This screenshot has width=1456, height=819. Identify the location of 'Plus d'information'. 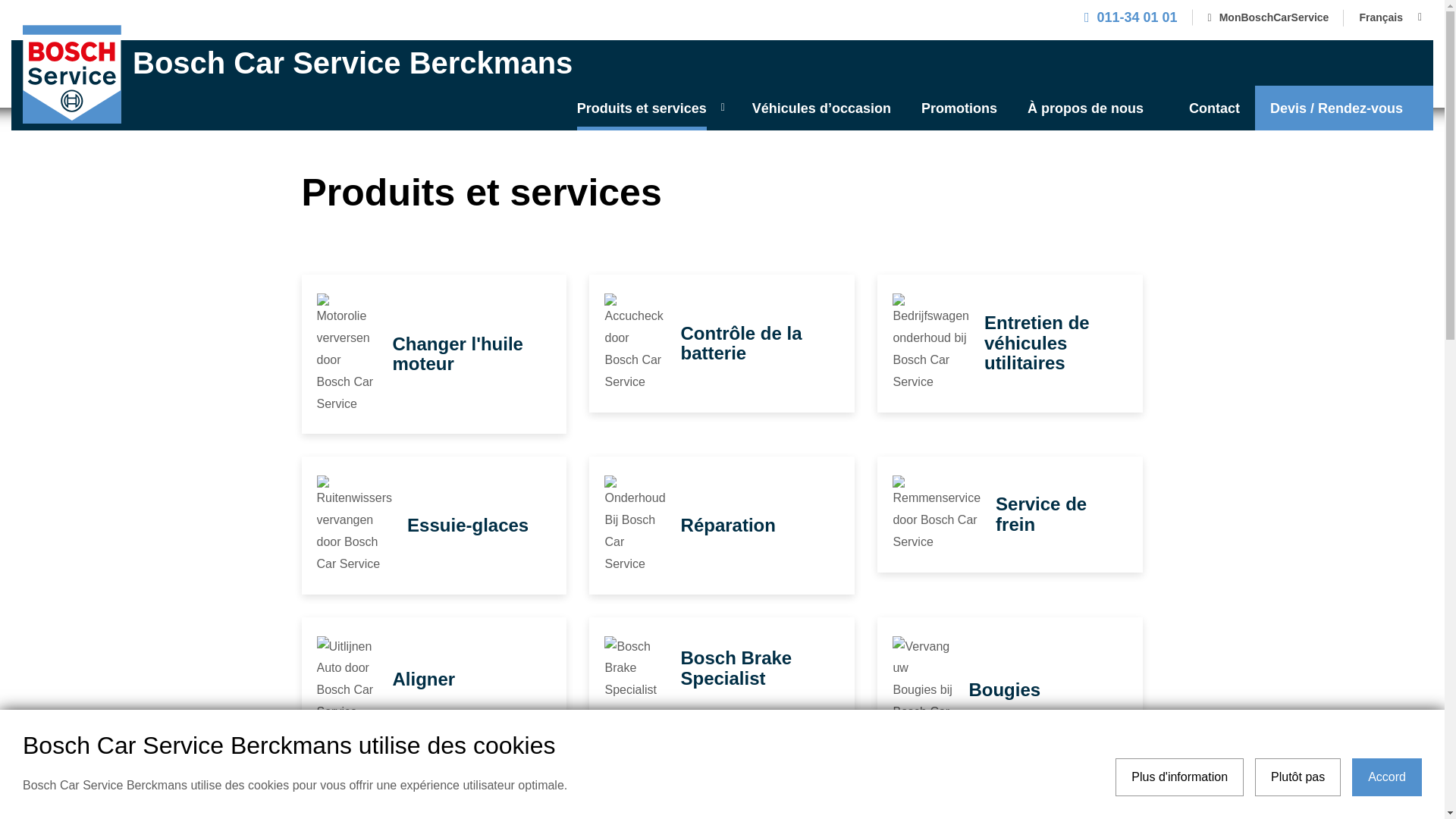
(1178, 777).